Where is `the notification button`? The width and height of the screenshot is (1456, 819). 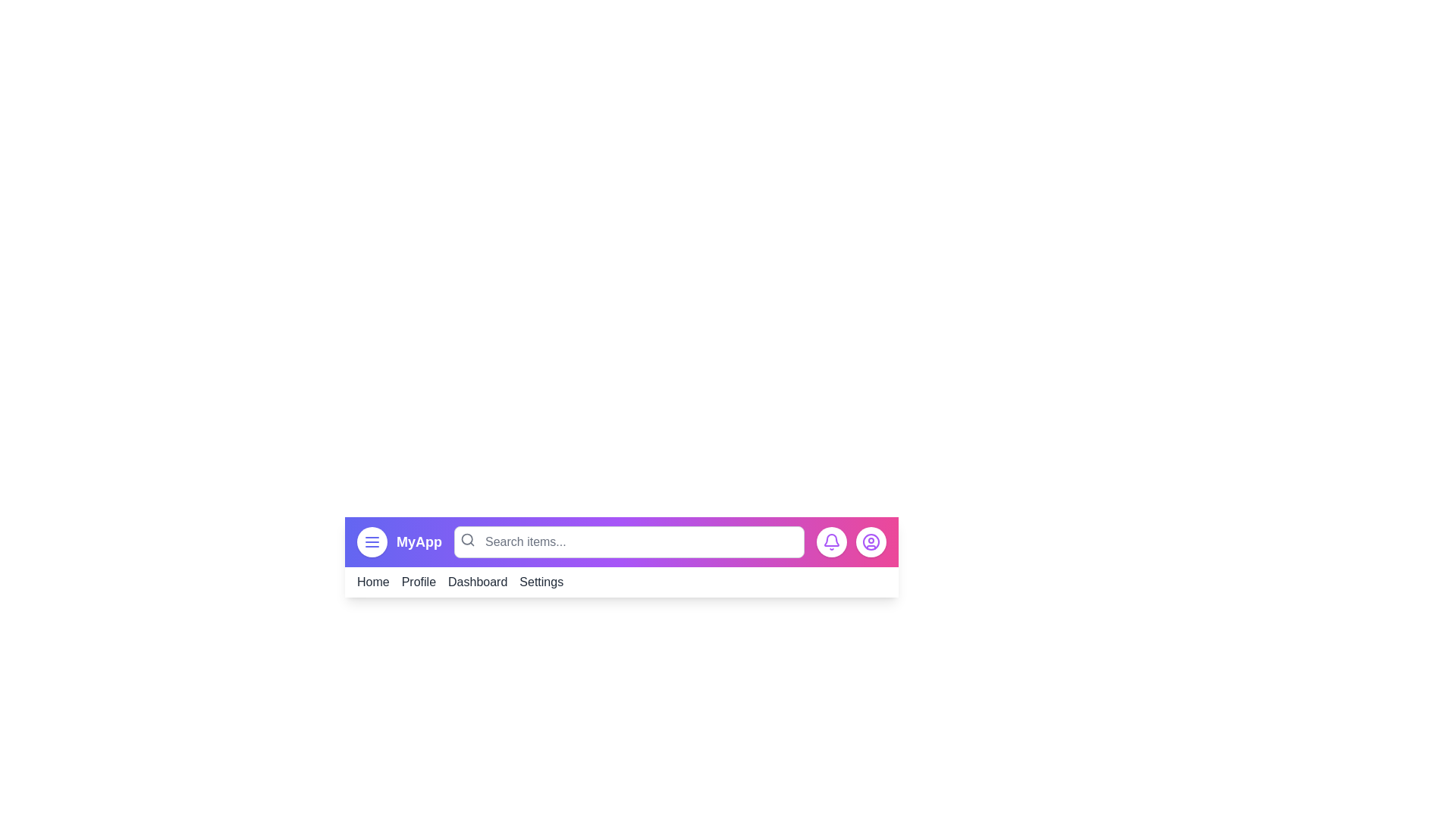
the notification button is located at coordinates (831, 541).